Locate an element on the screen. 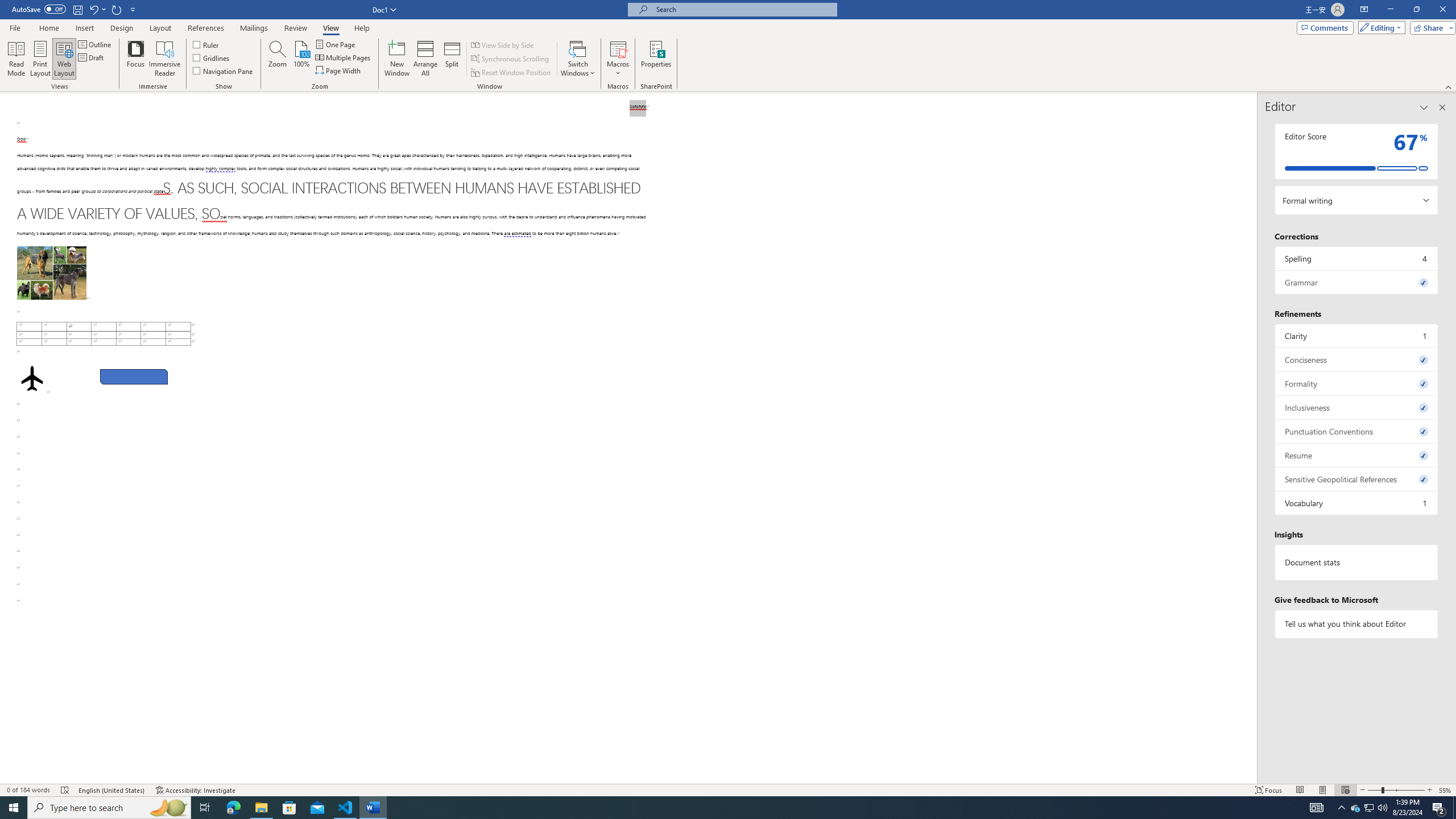 This screenshot has width=1456, height=819. 'Tell us what you think about Editor' is located at coordinates (1356, 623).